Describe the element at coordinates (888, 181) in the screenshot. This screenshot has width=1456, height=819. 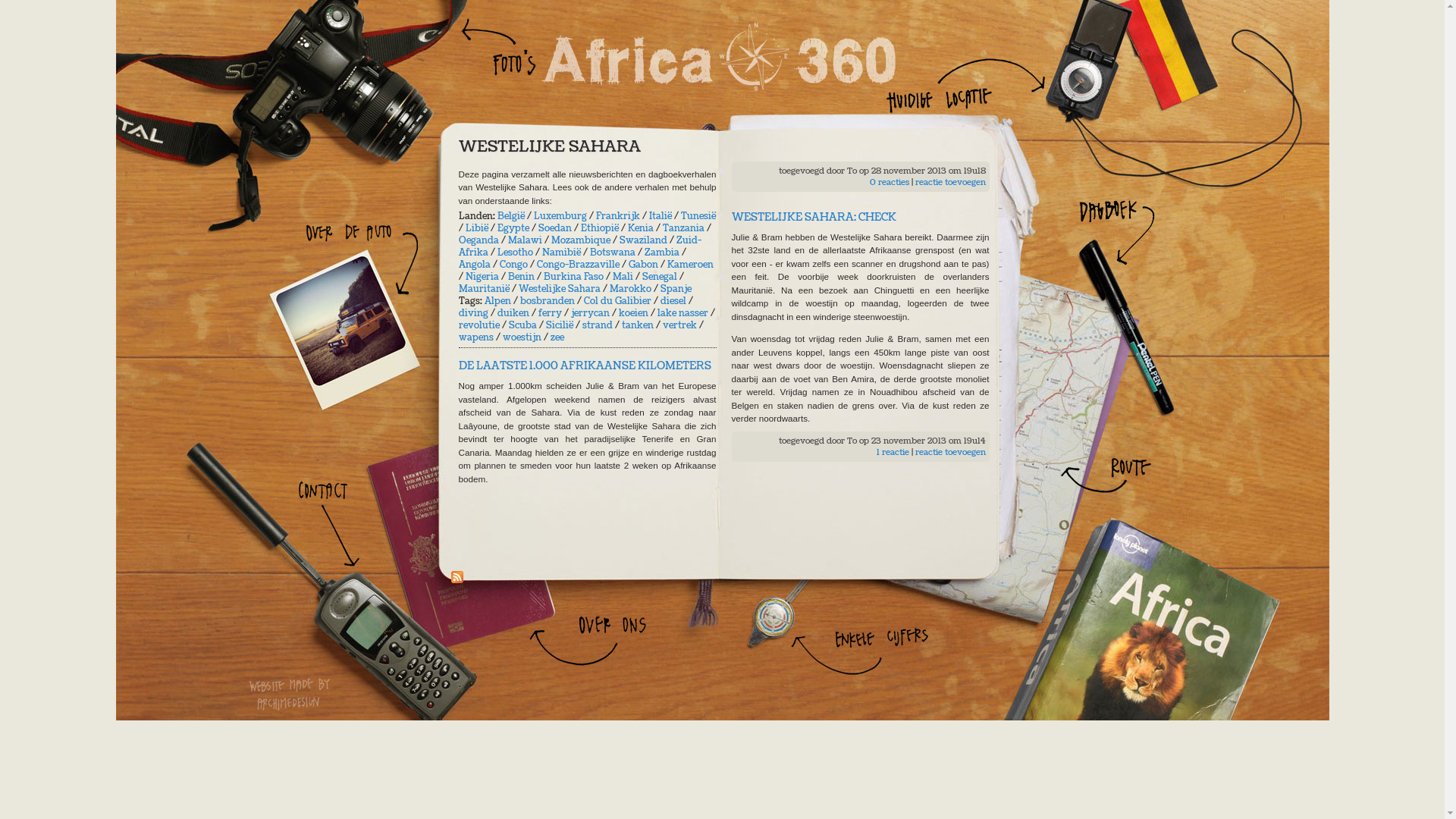
I see `'0 reacties'` at that location.